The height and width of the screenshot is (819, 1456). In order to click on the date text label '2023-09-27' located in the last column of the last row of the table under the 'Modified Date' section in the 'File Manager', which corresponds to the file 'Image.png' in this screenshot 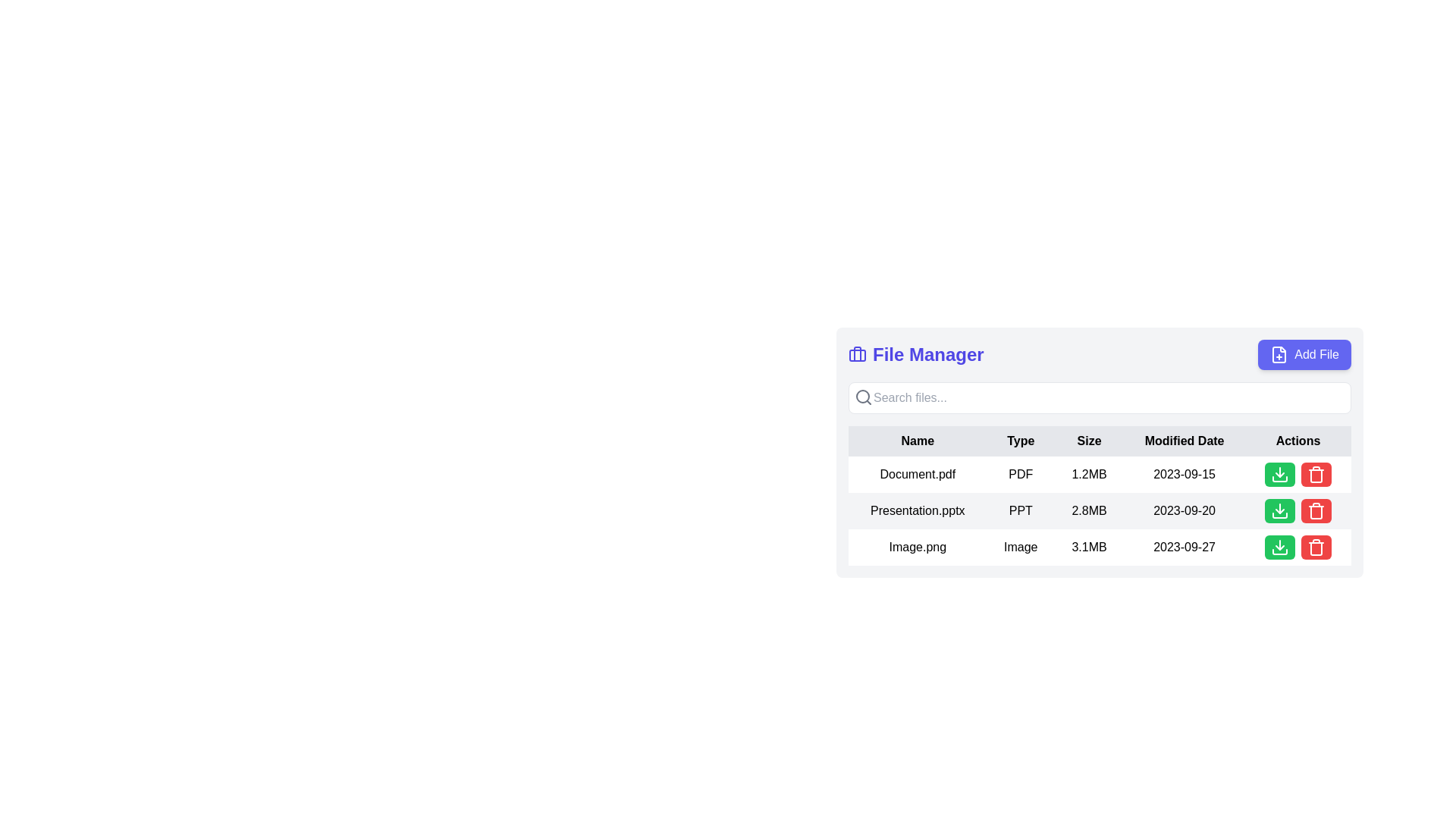, I will do `click(1184, 547)`.